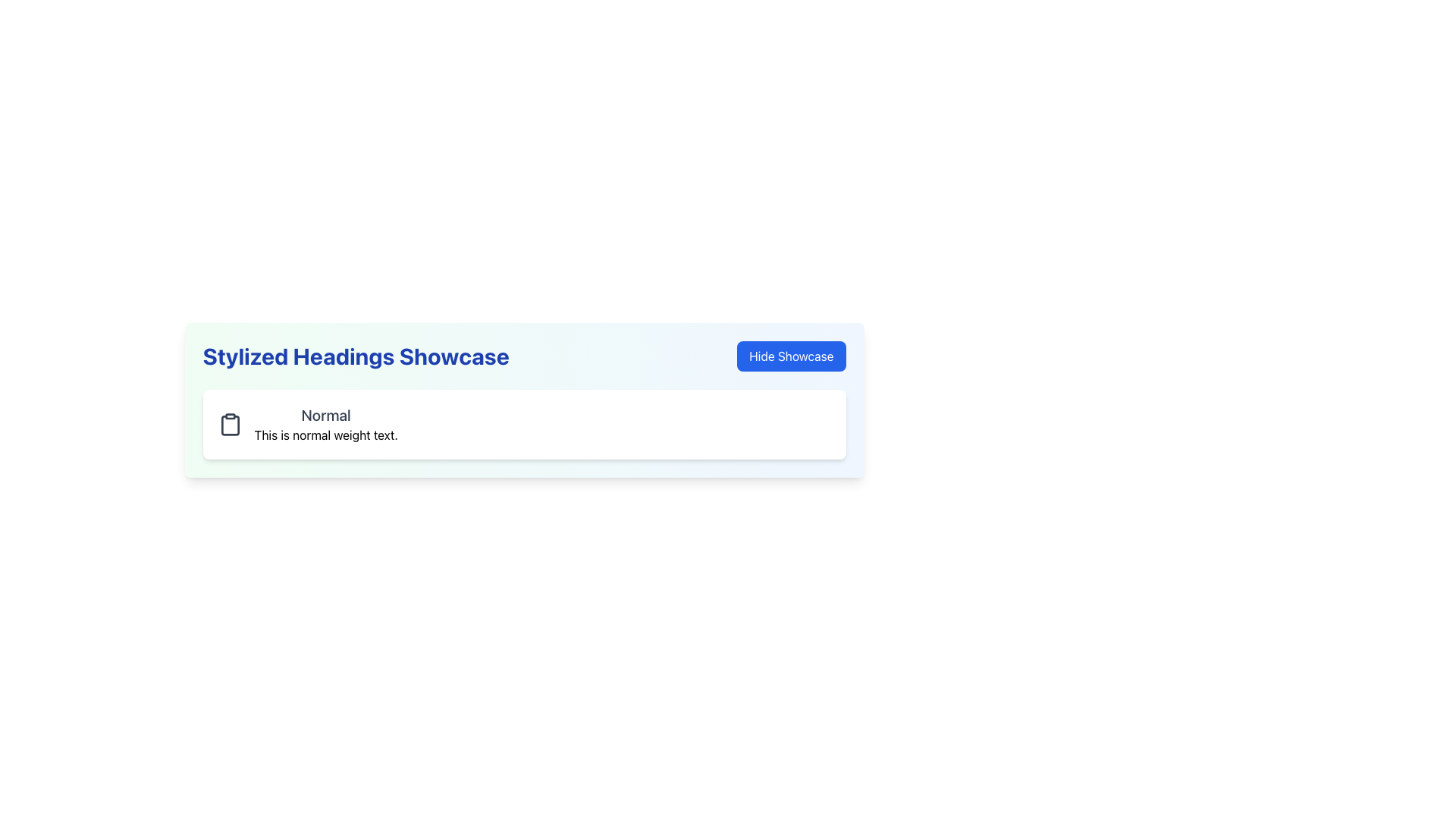 This screenshot has width=1456, height=819. What do you see at coordinates (325, 424) in the screenshot?
I see `the text displayed in the rounded rectangular card under the header 'Stylized Headings Showcase', which is centrally positioned in the application view` at bounding box center [325, 424].